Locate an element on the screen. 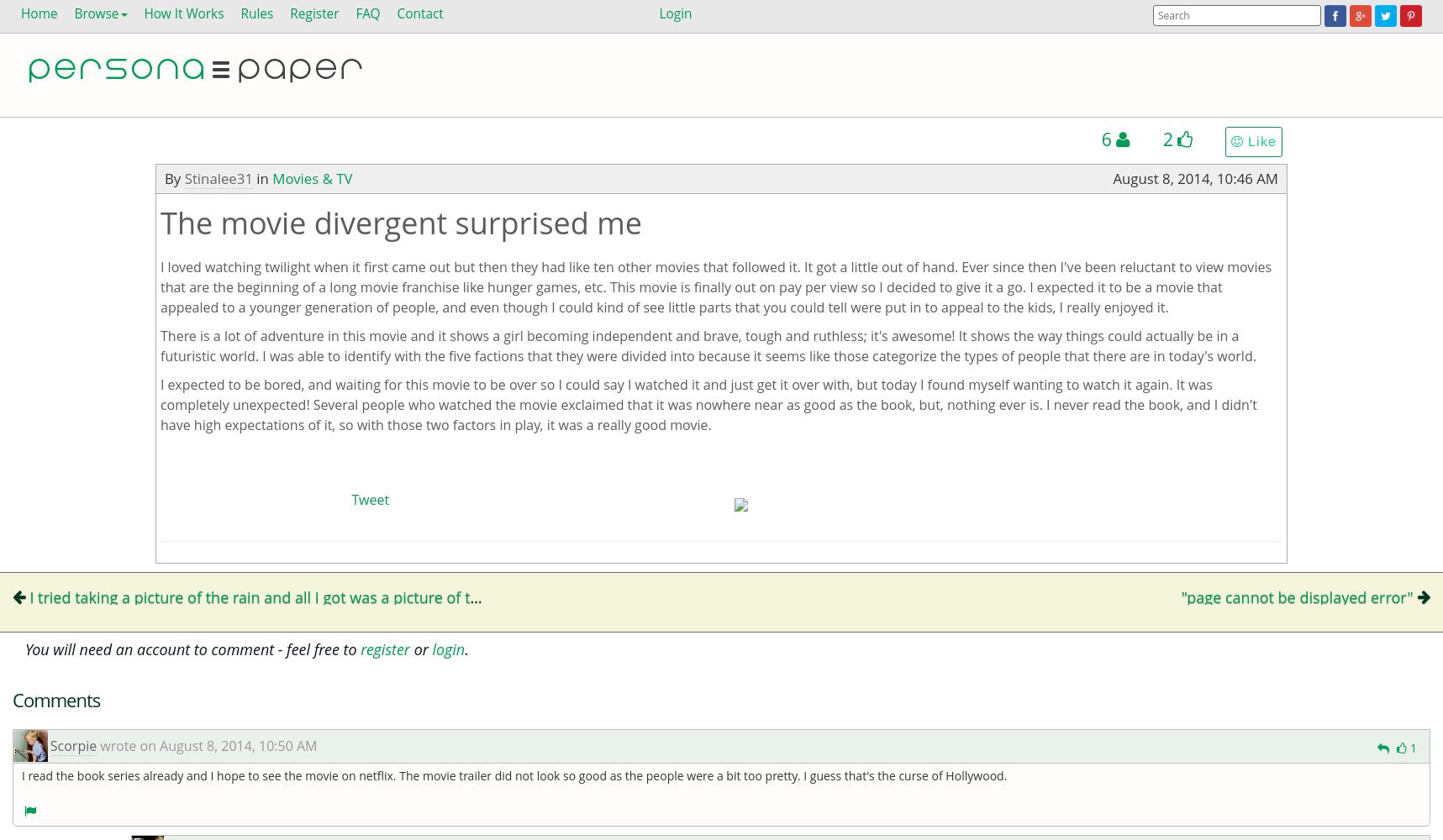 This screenshot has width=1443, height=840. '.' is located at coordinates (466, 648).